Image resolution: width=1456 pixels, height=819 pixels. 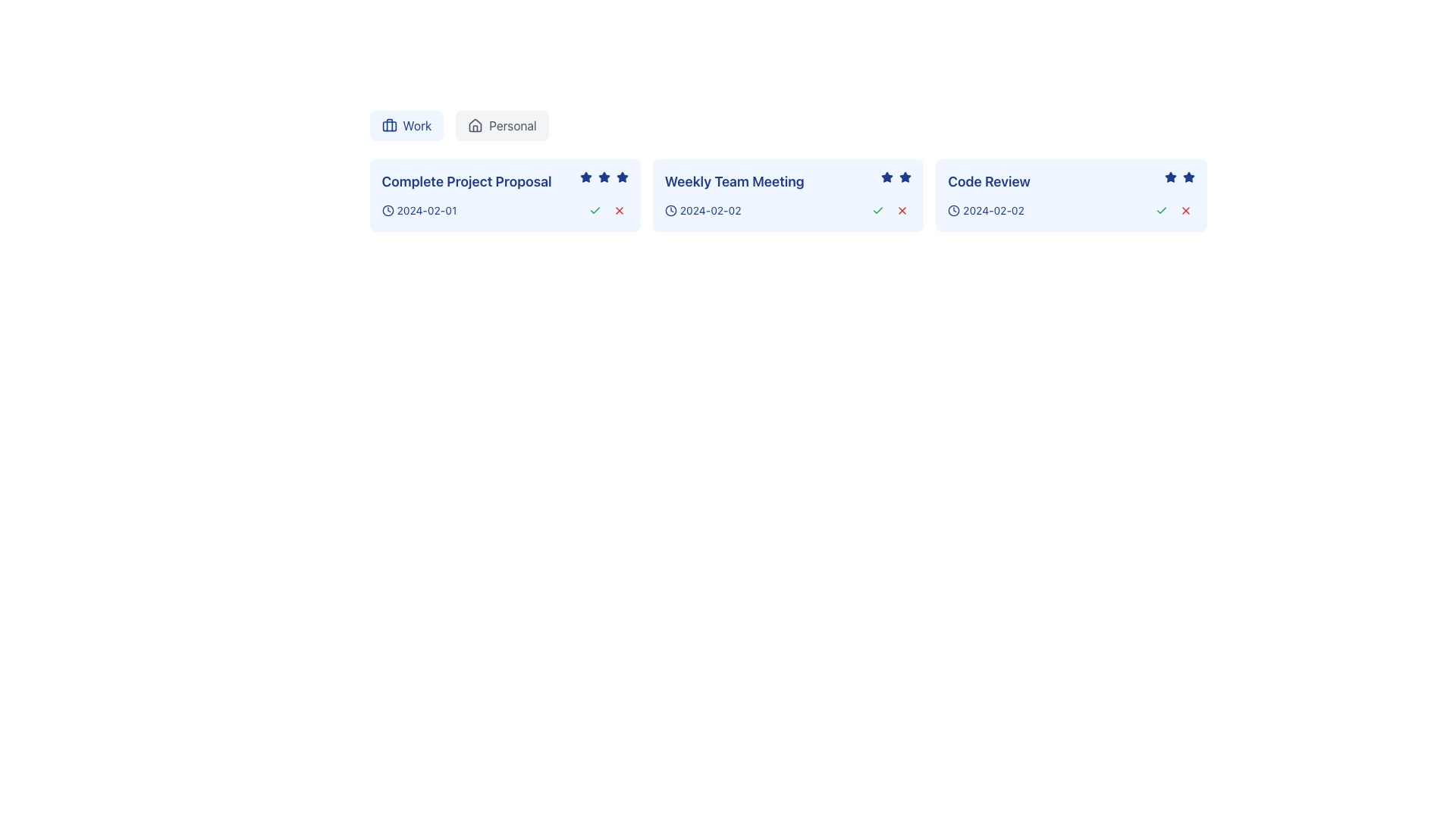 I want to click on the text label displaying the date '2024-02-01', which is a plain blue-colored text aligned with a clock icon on its left, located in the bottom-left section of the 'Complete Project Proposal' card, so click(x=425, y=210).